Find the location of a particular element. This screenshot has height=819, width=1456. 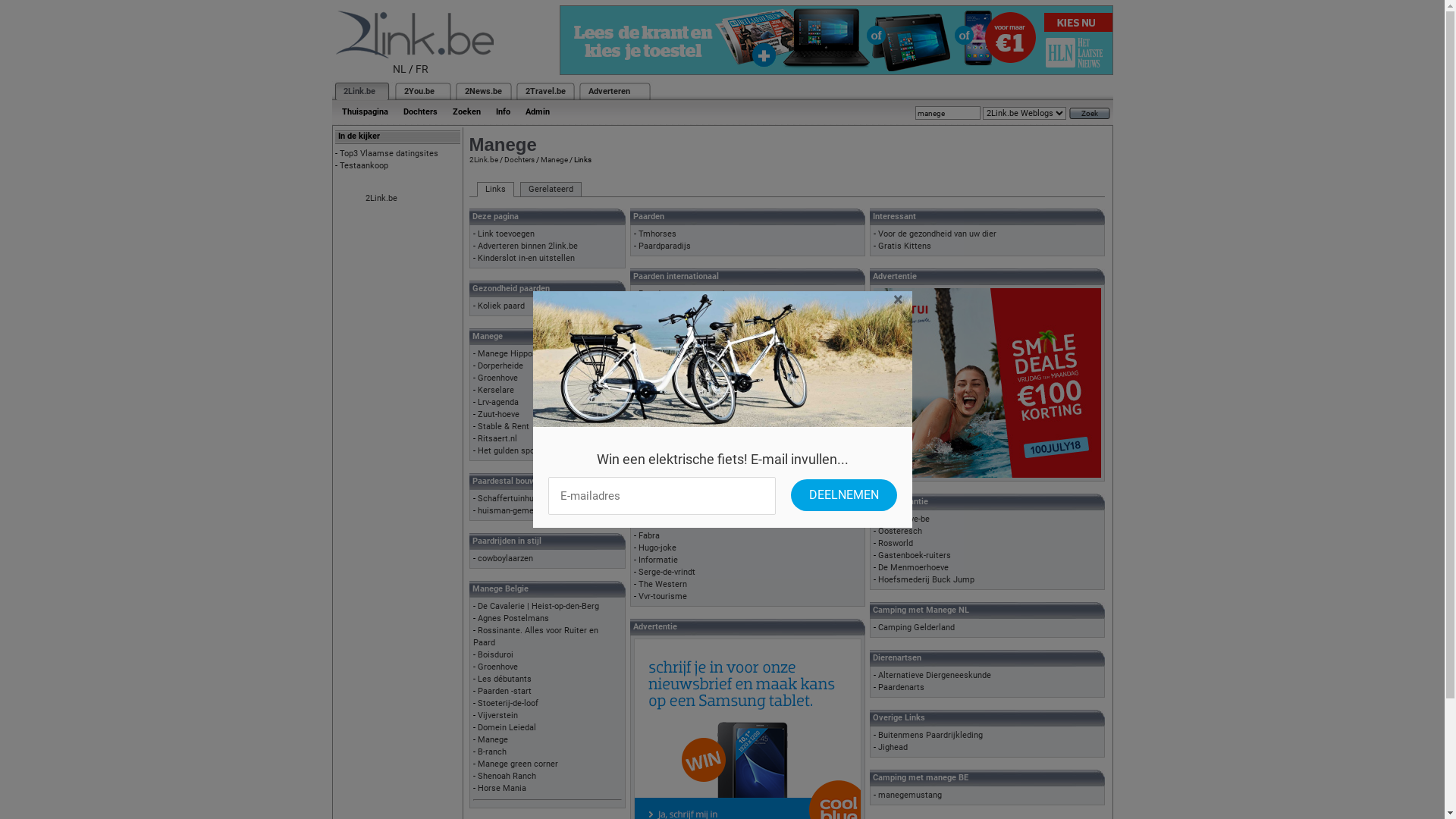

'Tmhorses' is located at coordinates (657, 234).